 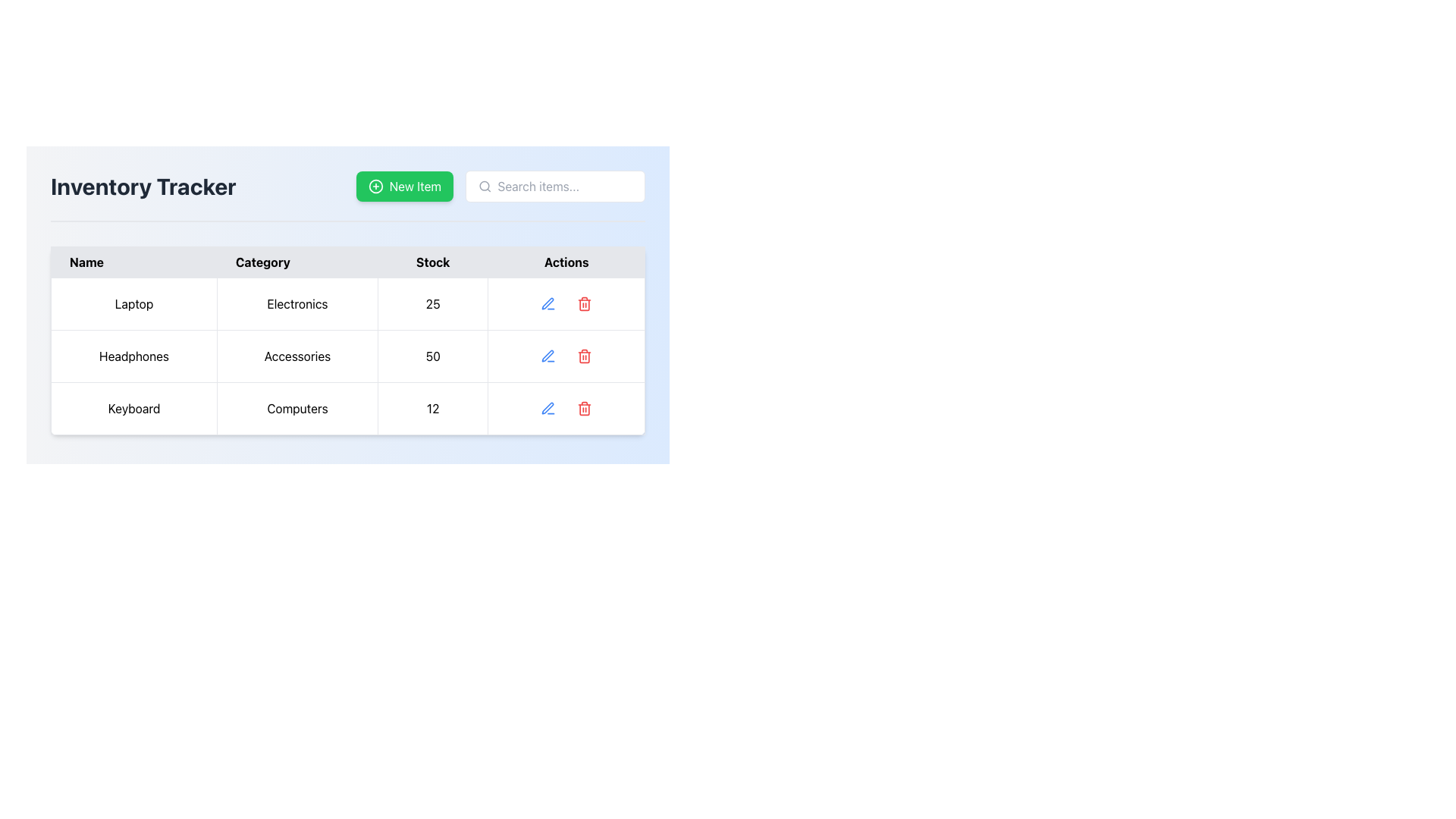 What do you see at coordinates (584, 356) in the screenshot?
I see `the delete icon button located in the 'Actions' column of the second row of the table corresponding to the 'Headphones' item` at bounding box center [584, 356].